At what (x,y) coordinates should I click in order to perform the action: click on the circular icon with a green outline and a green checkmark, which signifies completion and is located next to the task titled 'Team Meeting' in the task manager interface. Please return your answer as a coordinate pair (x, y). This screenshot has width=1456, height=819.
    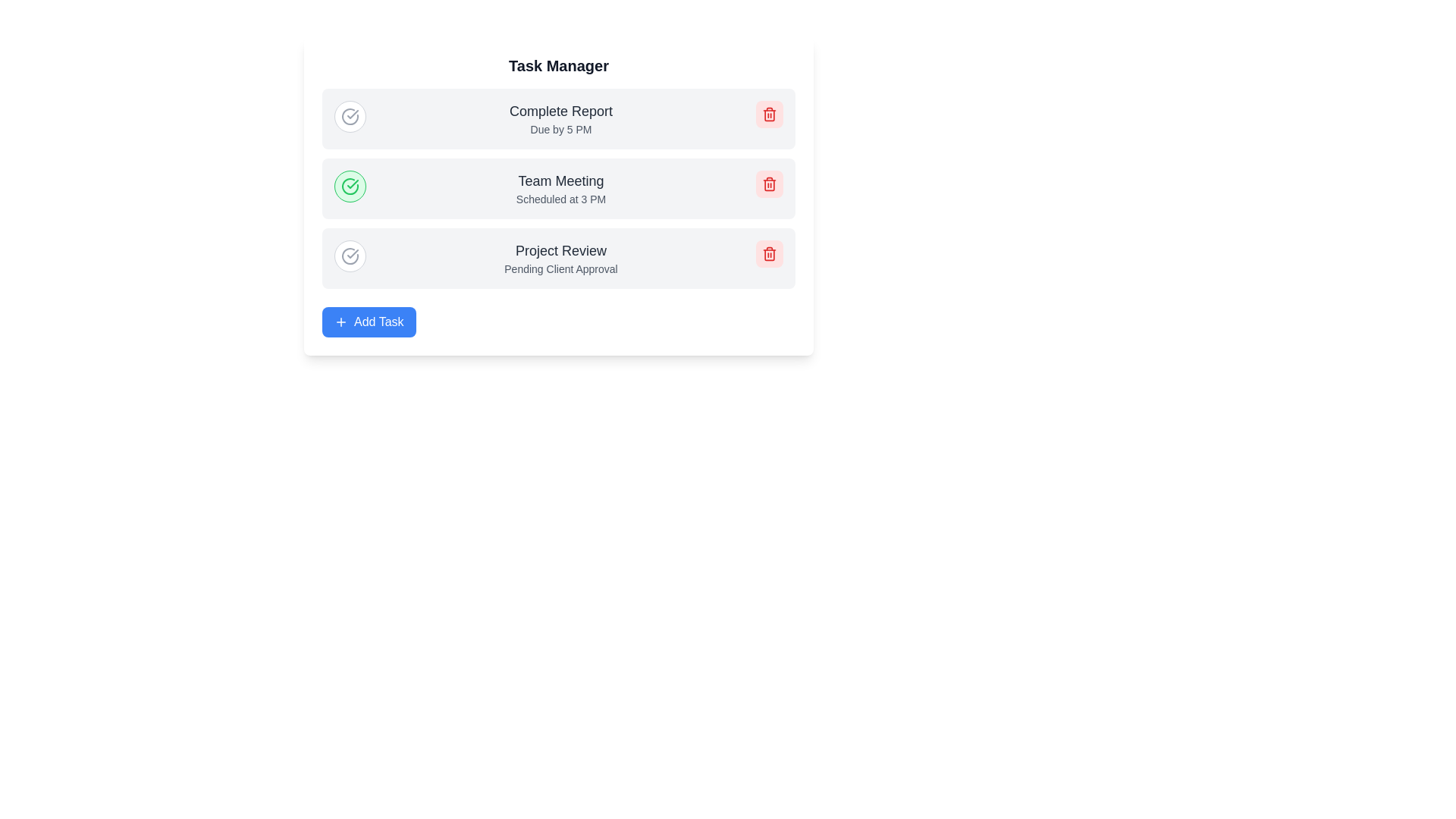
    Looking at the image, I should click on (349, 186).